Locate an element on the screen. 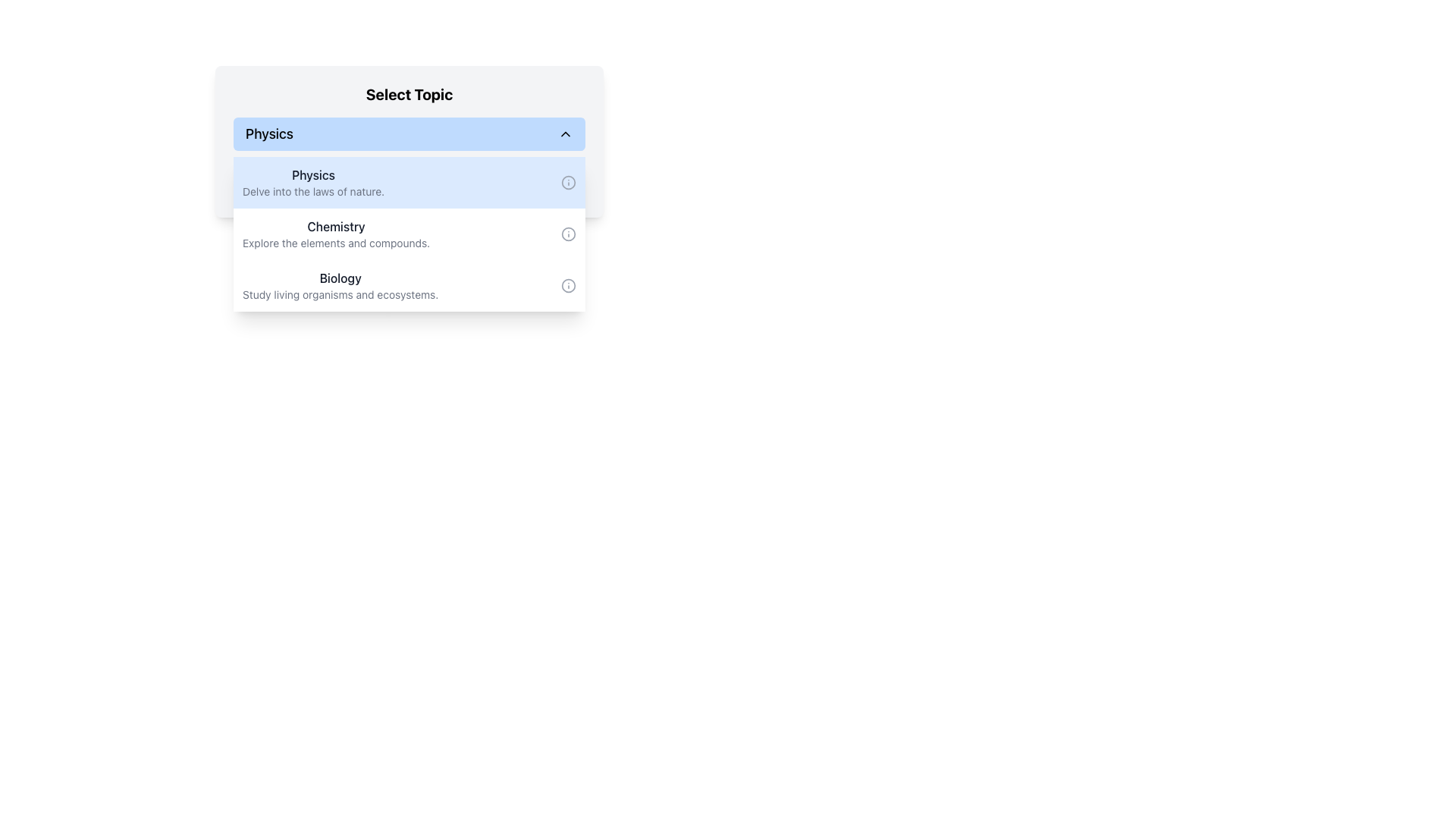  the first item in the dropdown menu labeled 'Physics' is located at coordinates (409, 141).